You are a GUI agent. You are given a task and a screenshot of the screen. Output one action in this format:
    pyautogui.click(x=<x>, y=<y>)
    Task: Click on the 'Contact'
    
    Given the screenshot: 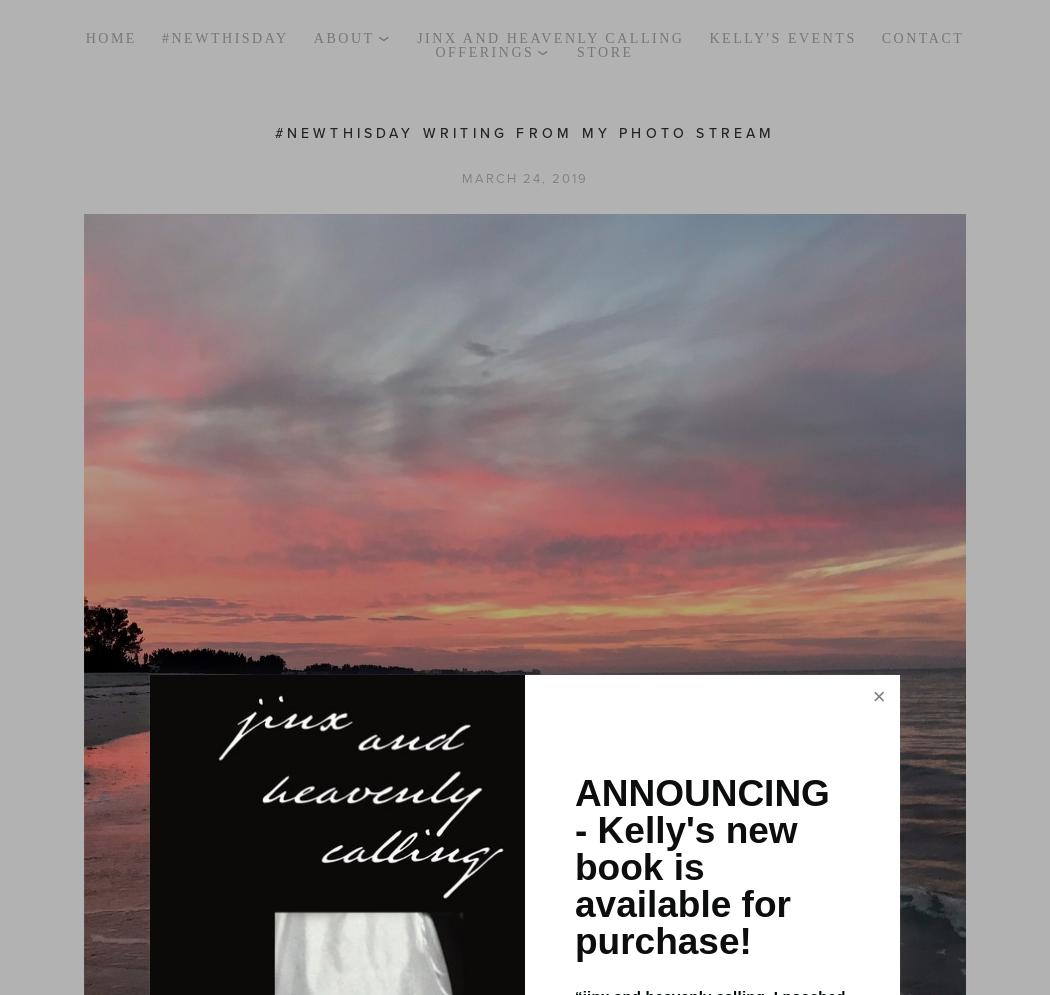 What is the action you would take?
    pyautogui.click(x=879, y=37)
    